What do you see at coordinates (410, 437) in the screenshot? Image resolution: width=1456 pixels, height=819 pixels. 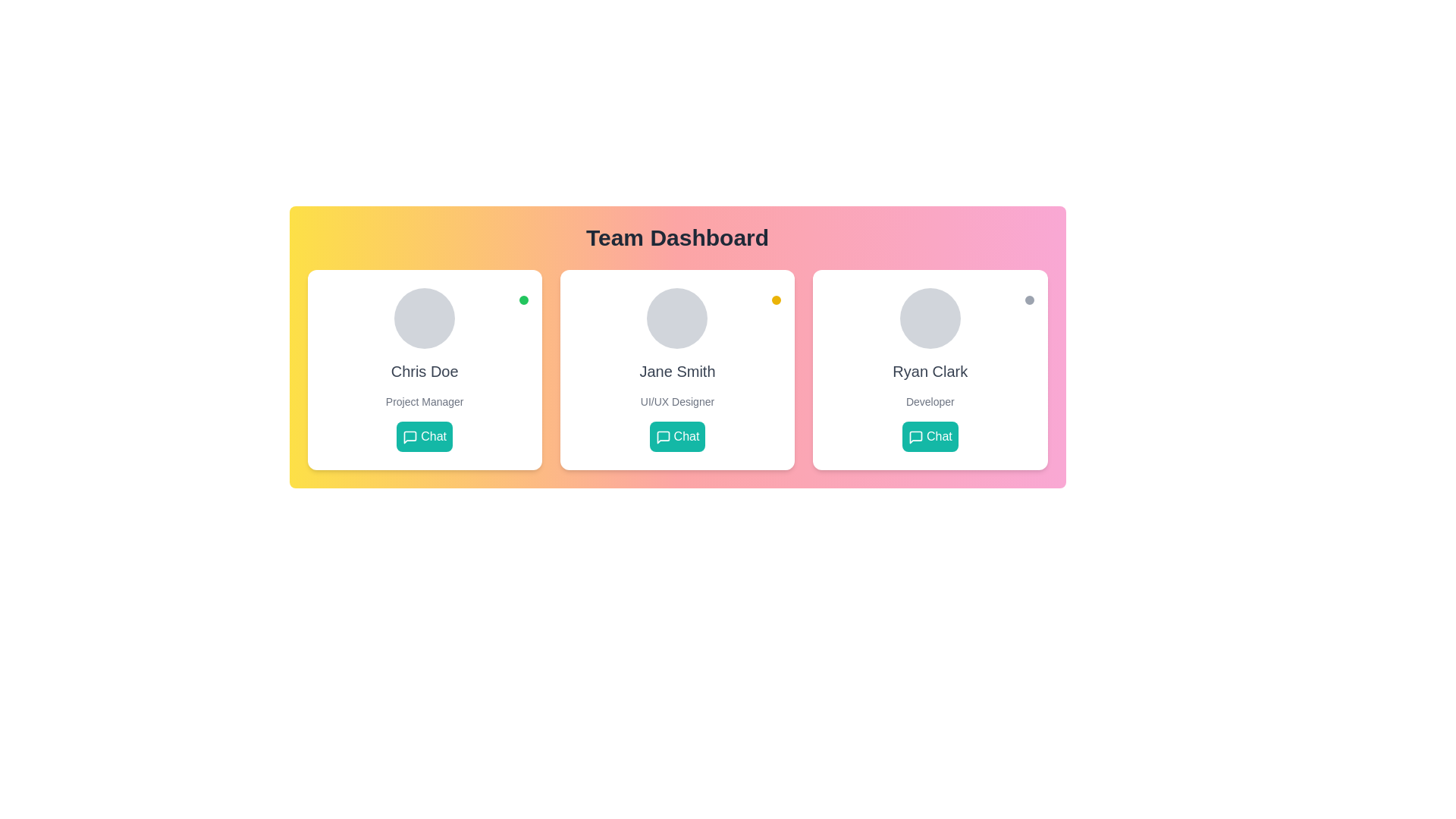 I see `the 'Chat' button icon located below Chris Doe's name and role to initiate a chat or messaging interaction` at bounding box center [410, 437].